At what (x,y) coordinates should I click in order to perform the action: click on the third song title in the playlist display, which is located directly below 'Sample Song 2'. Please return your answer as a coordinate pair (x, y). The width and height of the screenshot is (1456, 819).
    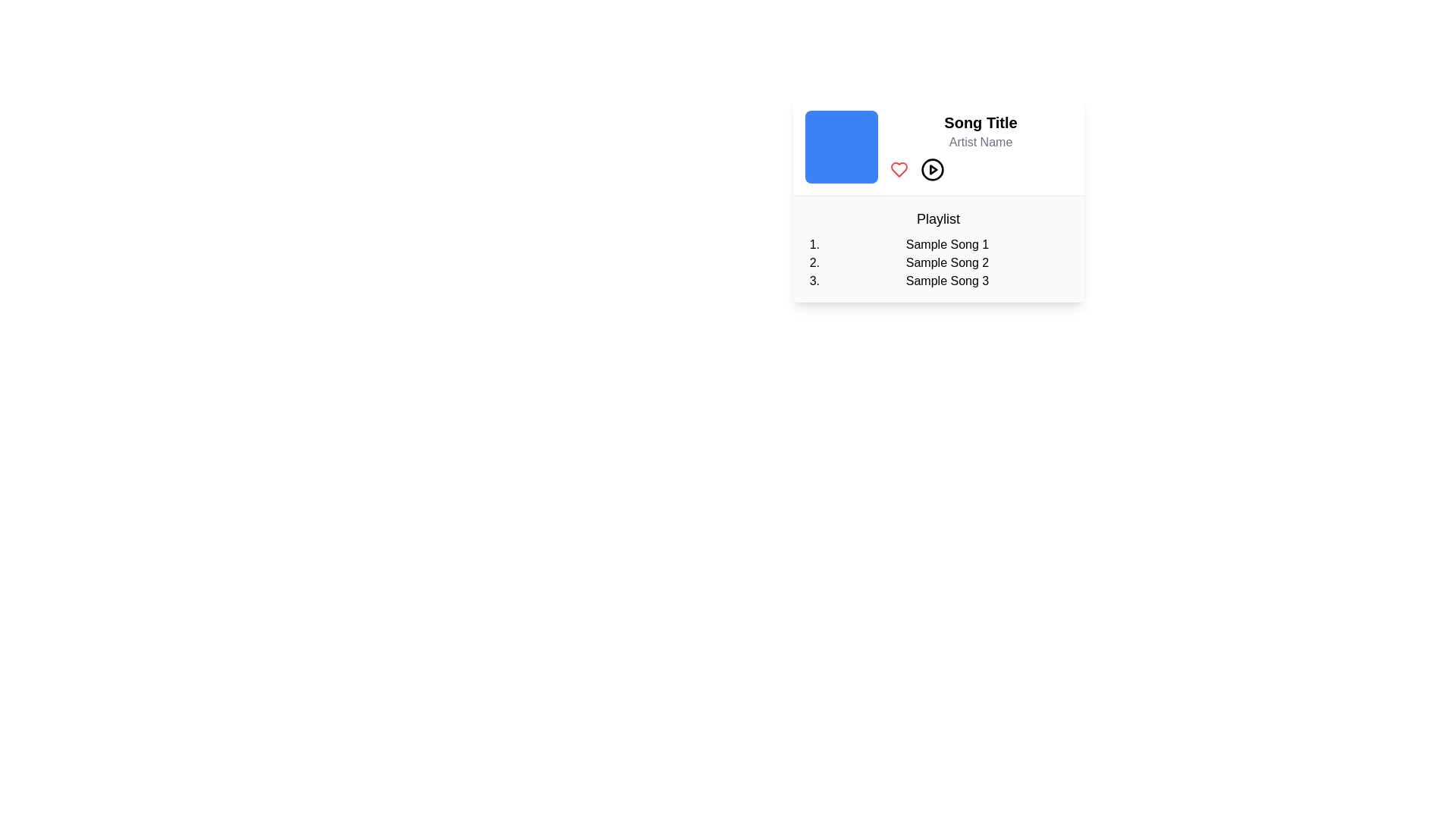
    Looking at the image, I should click on (946, 281).